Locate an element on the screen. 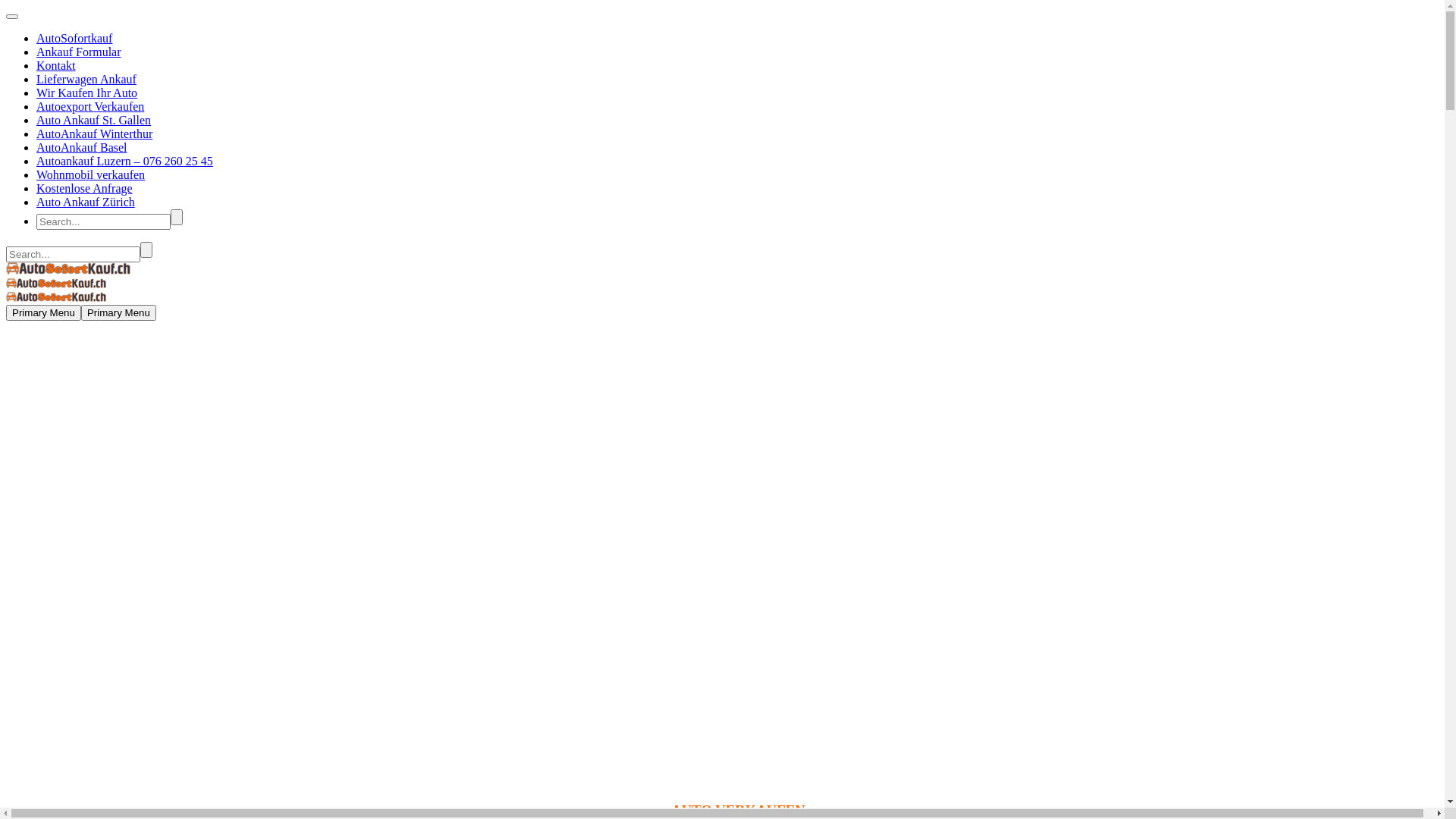 The image size is (1456, 819). 'Wir Kaufen Ihr Auto' is located at coordinates (86, 93).